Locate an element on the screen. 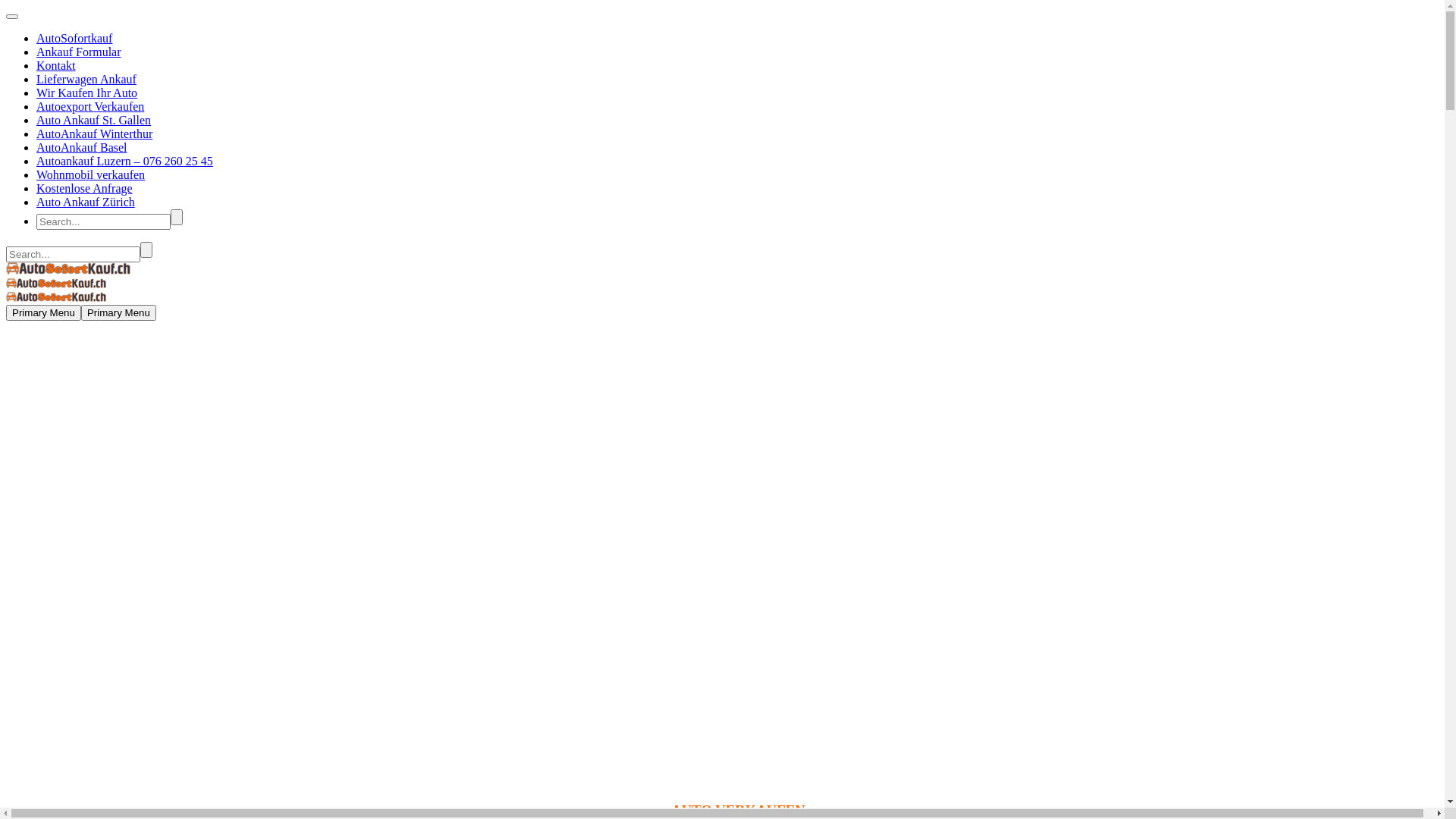 The image size is (1456, 819). 'Wir Kaufen Ihr Auto' is located at coordinates (86, 93).